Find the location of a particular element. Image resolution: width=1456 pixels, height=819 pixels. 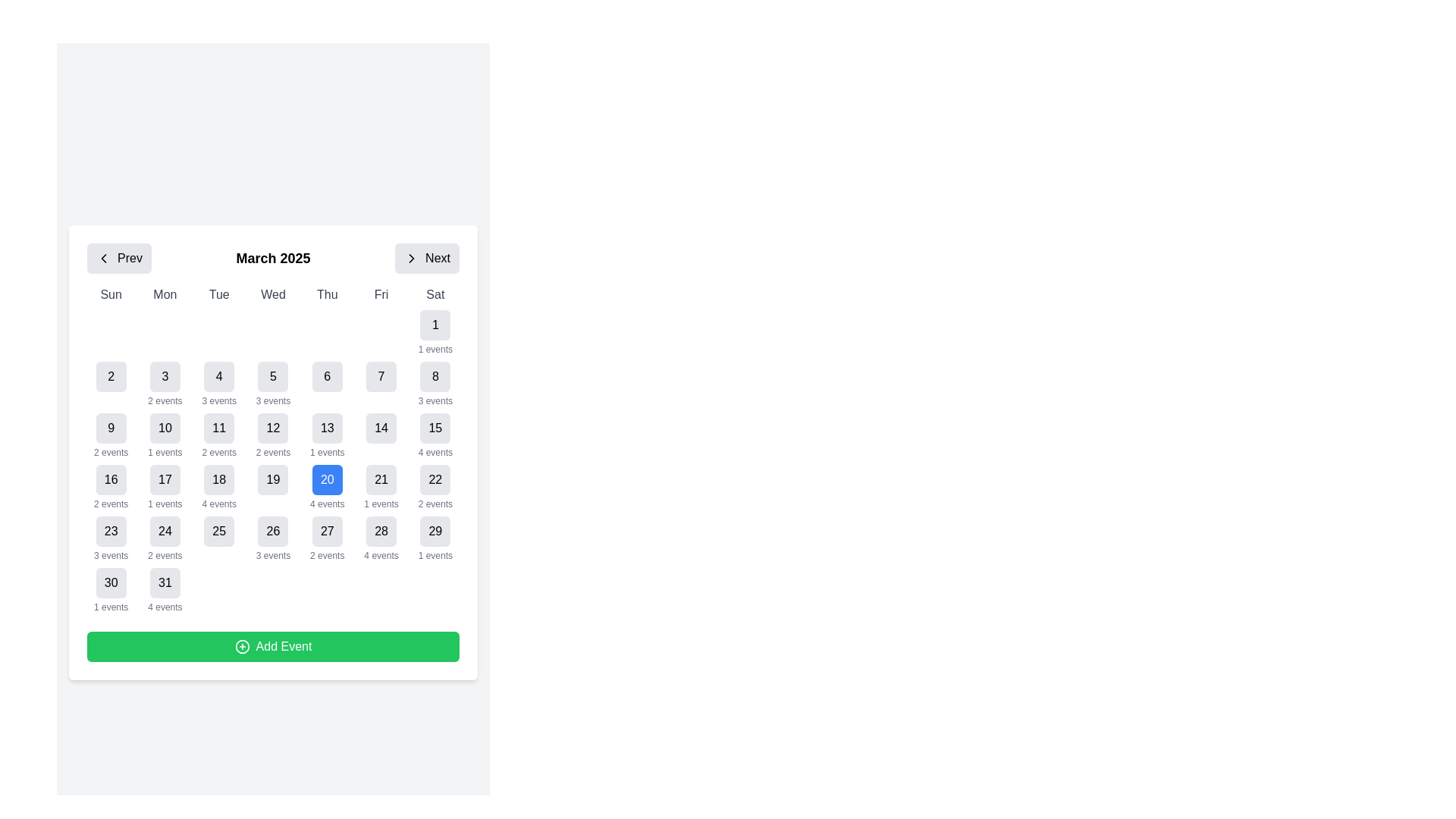

the button representing Monday, March 17th in the calendar is located at coordinates (165, 479).